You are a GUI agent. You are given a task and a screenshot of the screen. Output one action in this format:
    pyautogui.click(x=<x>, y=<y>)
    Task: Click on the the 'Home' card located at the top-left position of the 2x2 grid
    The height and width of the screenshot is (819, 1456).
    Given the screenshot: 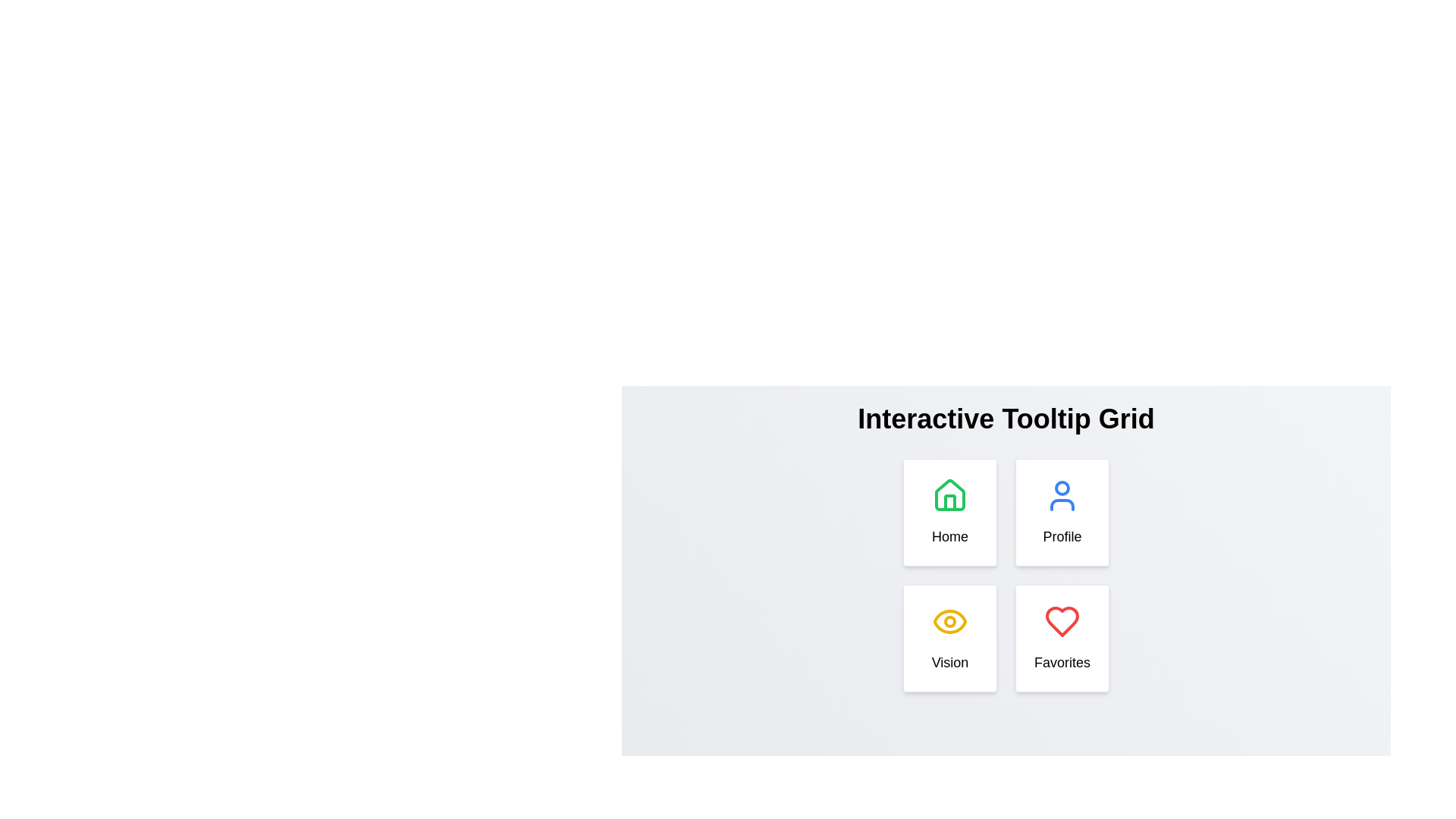 What is the action you would take?
    pyautogui.click(x=949, y=512)
    